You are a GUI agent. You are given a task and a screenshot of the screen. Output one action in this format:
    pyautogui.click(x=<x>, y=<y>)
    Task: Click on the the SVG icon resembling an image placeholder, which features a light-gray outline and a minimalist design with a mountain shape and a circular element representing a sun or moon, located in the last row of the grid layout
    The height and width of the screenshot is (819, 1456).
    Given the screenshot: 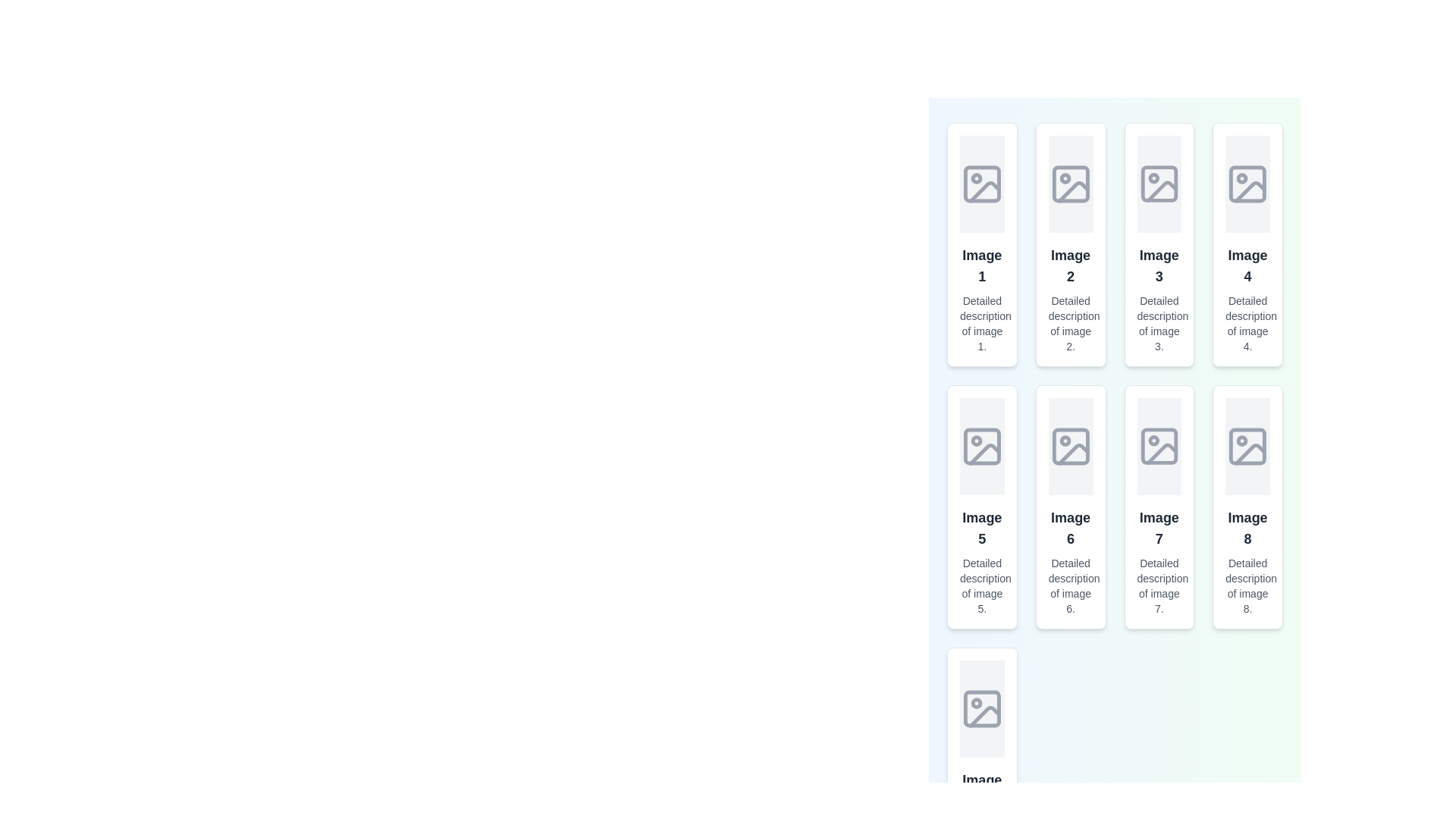 What is the action you would take?
    pyautogui.click(x=982, y=708)
    